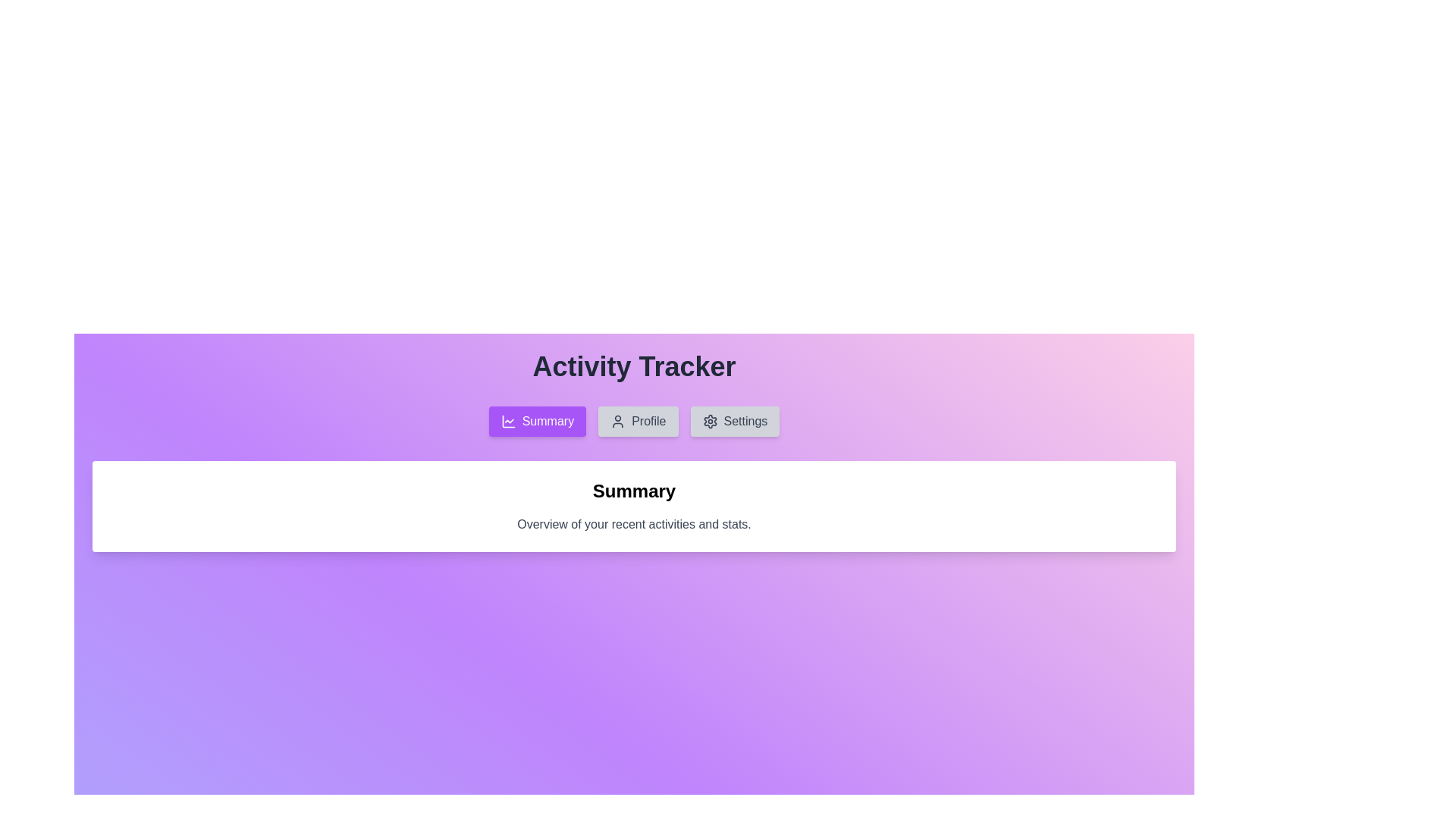 The width and height of the screenshot is (1456, 819). I want to click on the Profile tab by clicking on its respective button, so click(638, 421).